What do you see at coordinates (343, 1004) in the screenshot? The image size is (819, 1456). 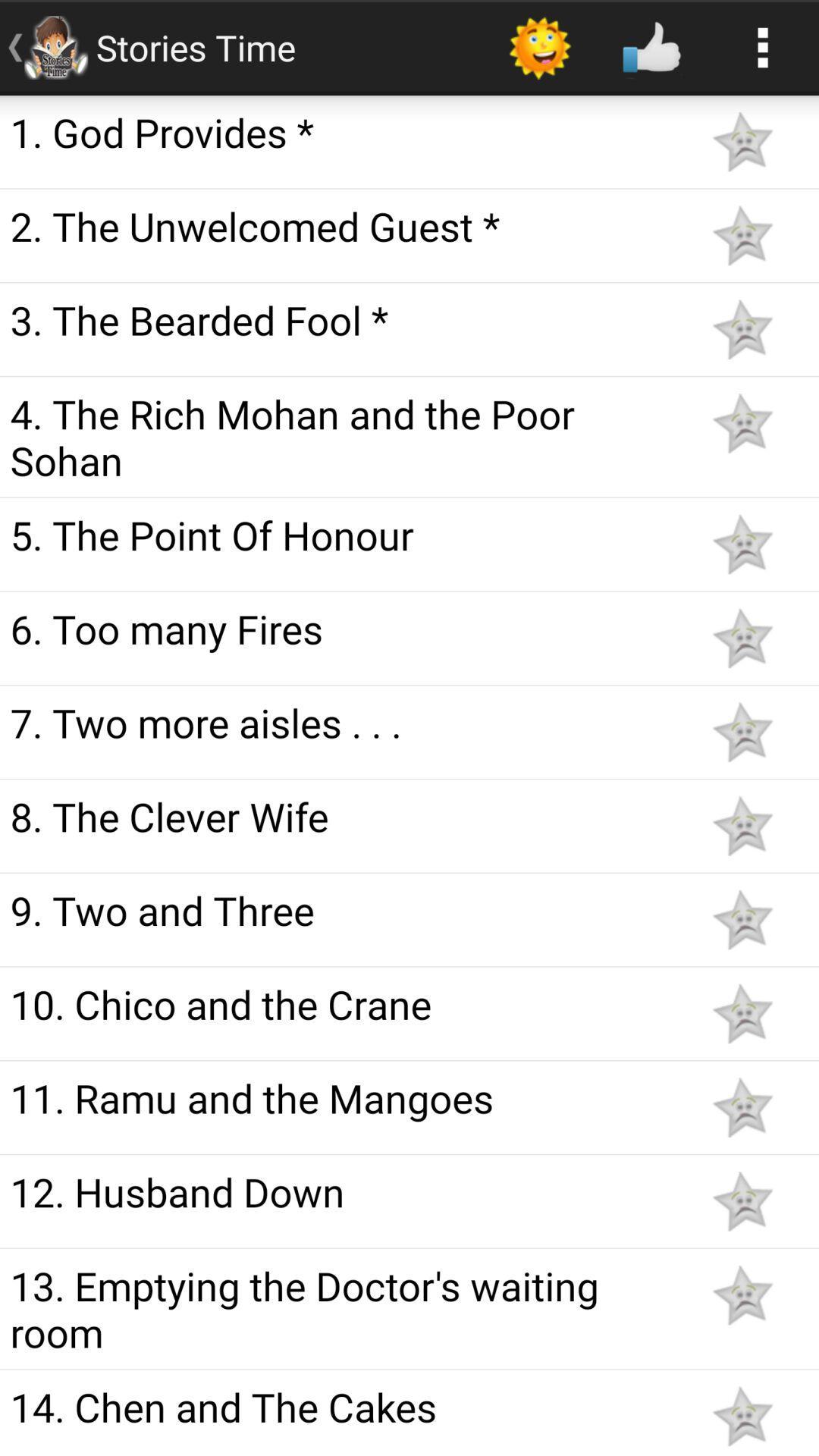 I see `10 chico and item` at bounding box center [343, 1004].